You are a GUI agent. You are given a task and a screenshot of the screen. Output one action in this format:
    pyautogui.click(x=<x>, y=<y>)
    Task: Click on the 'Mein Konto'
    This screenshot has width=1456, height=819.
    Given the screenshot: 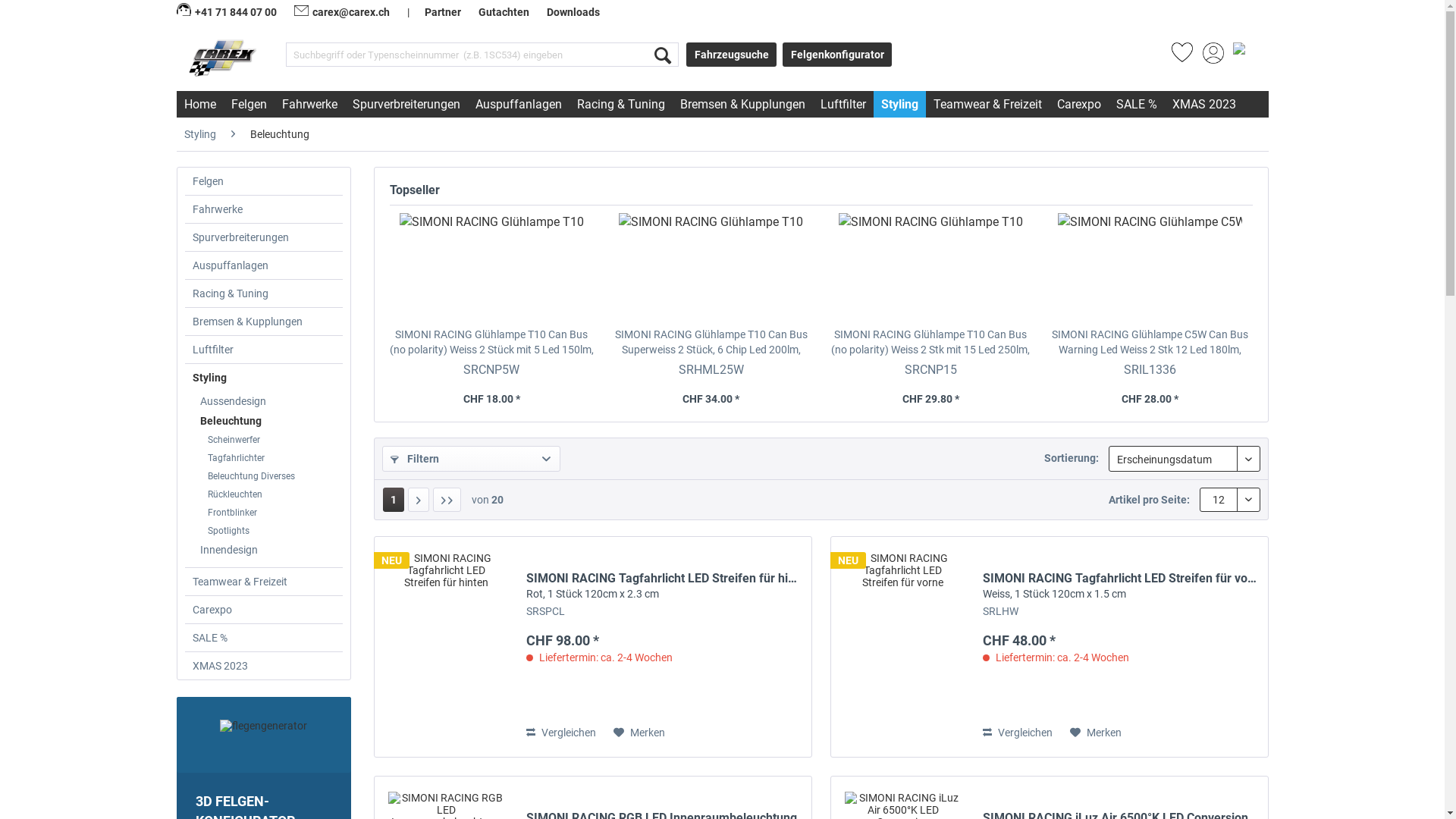 What is the action you would take?
    pyautogui.click(x=1201, y=57)
    